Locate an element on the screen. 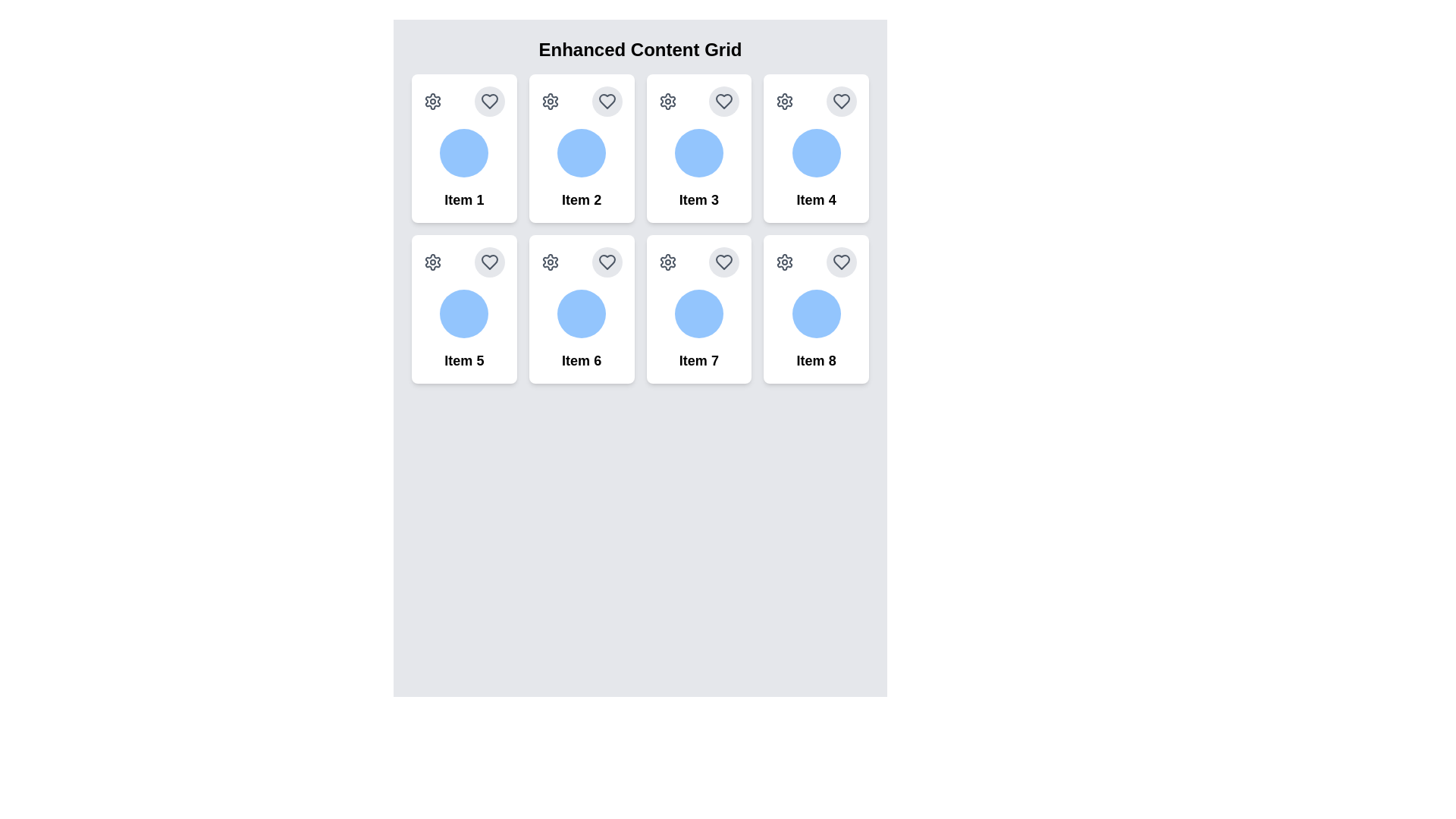 The width and height of the screenshot is (1456, 819). the fourth Content Card or Tile in the grid layout located at the top-right position, which represents an item or entity and may provide settings or favorite options is located at coordinates (815, 149).